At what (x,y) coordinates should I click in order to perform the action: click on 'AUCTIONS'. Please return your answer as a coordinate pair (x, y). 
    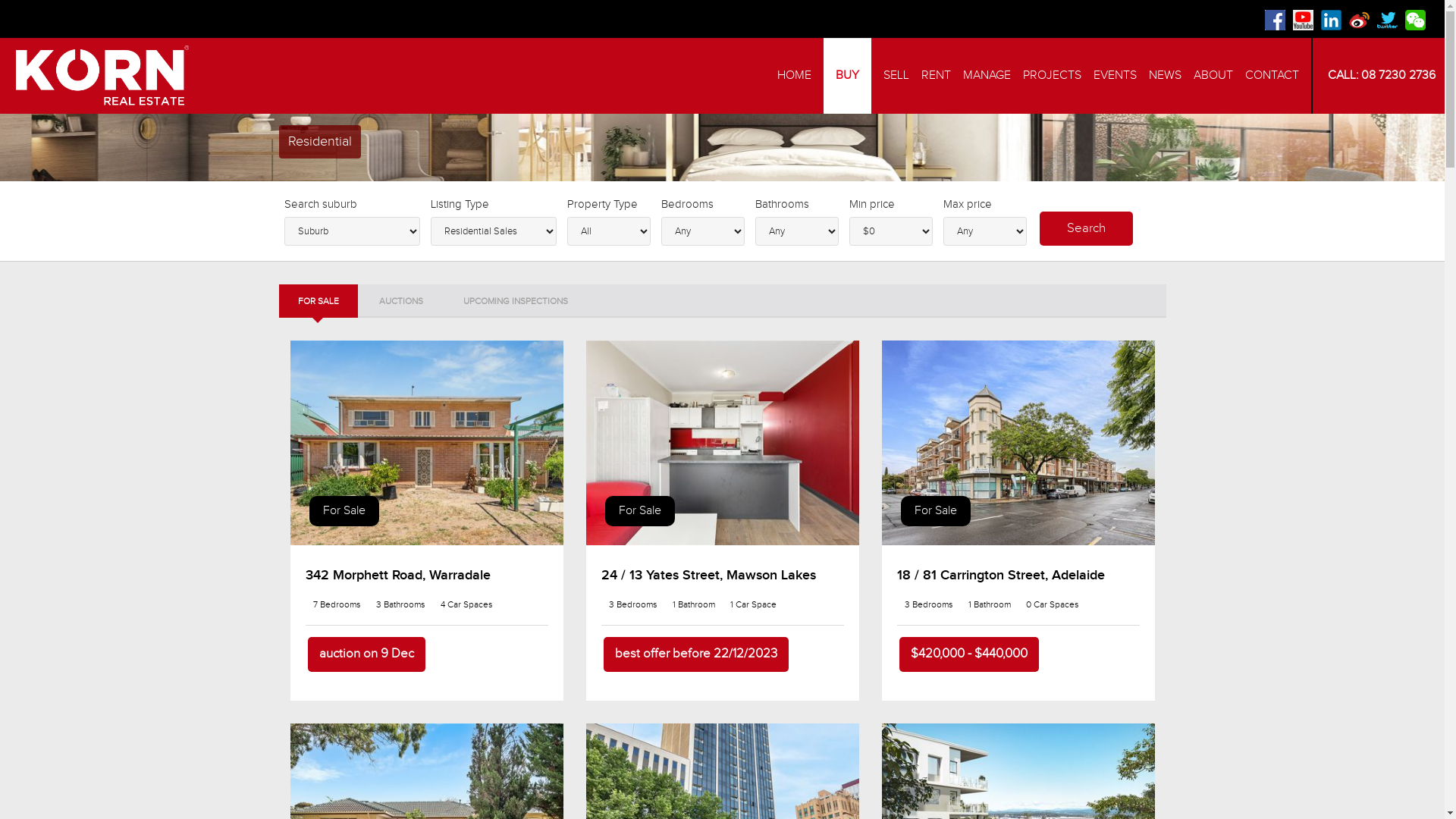
    Looking at the image, I should click on (359, 301).